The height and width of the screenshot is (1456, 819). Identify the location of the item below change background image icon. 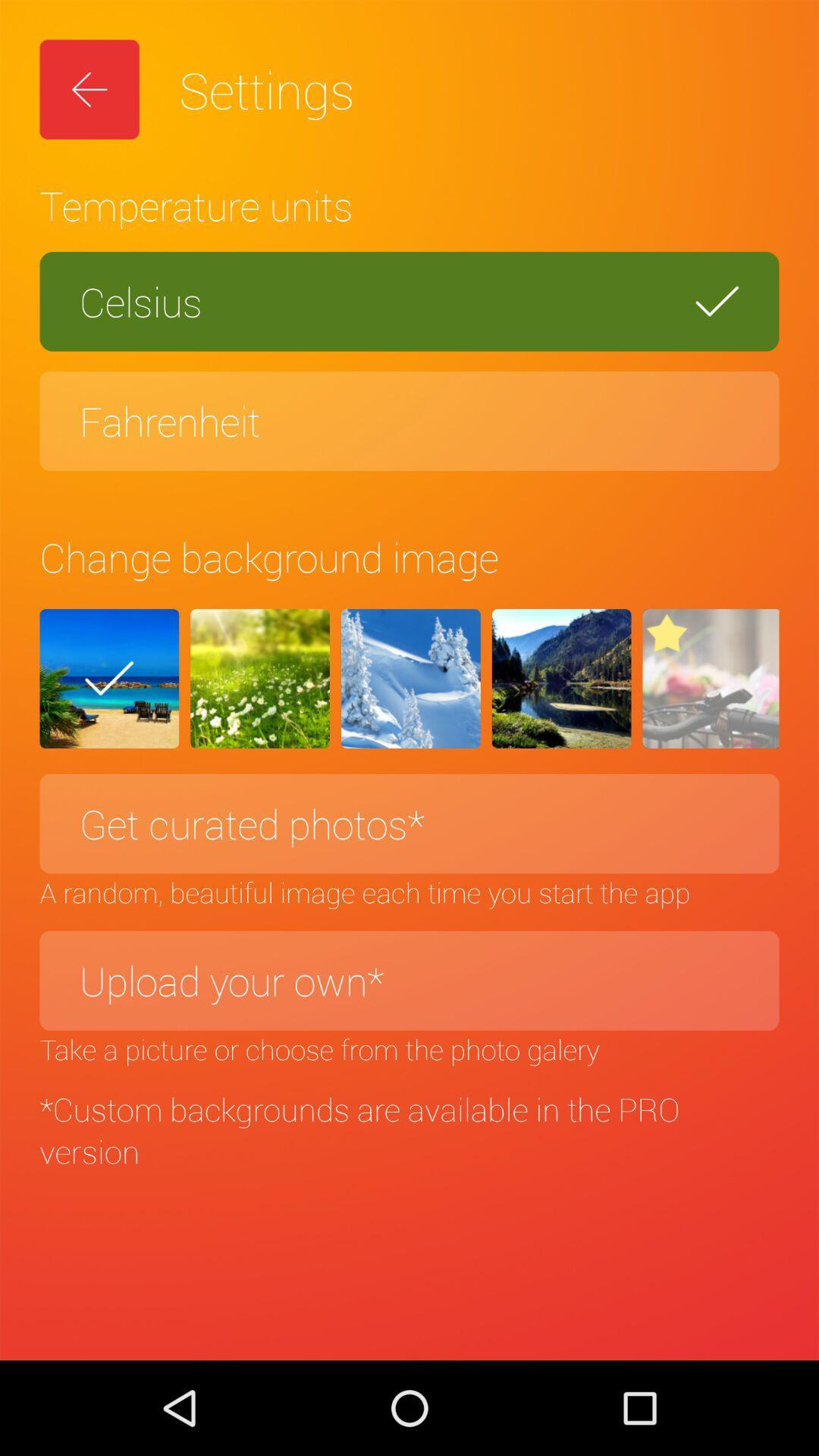
(259, 678).